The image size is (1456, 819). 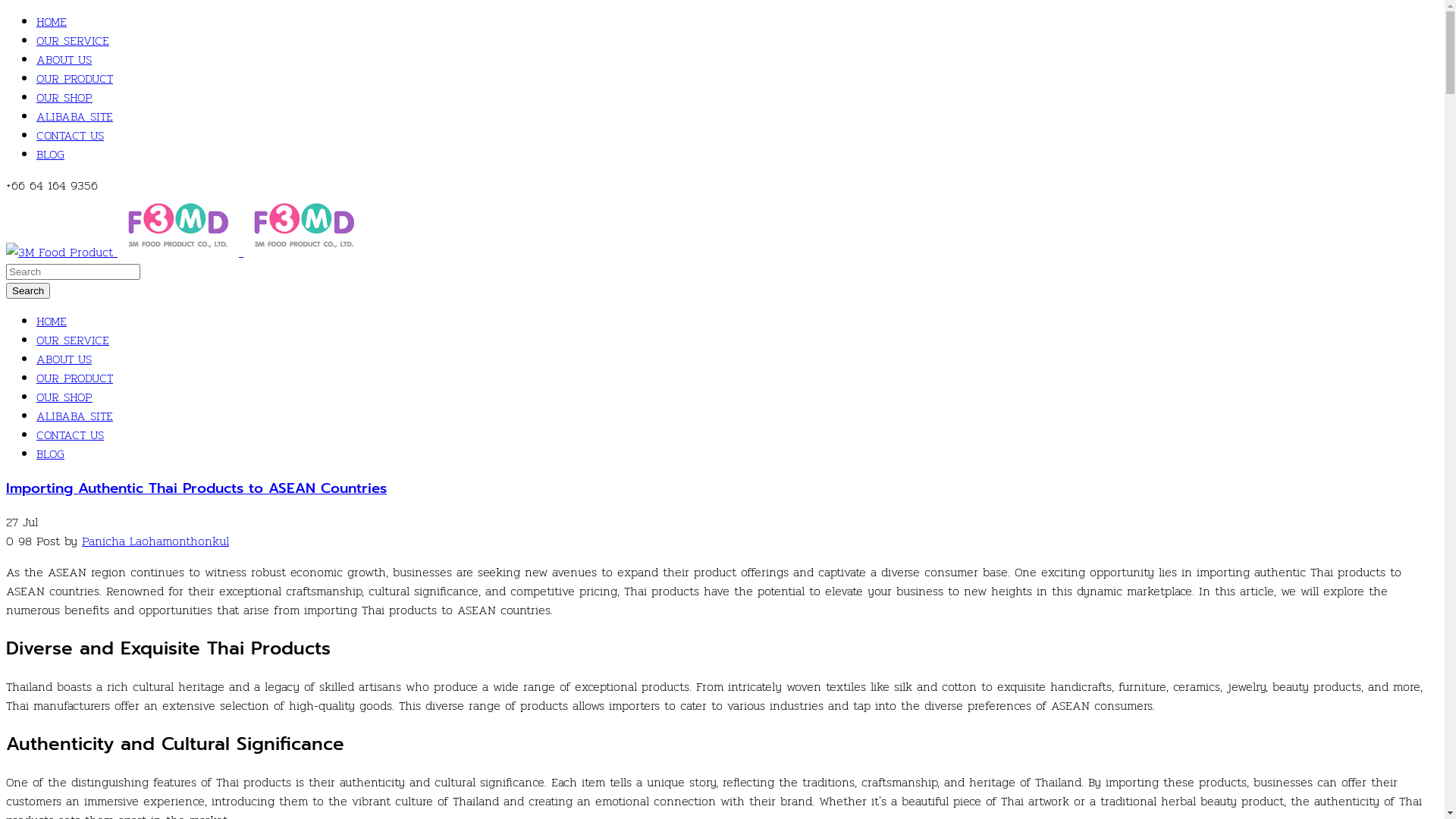 What do you see at coordinates (6, 290) in the screenshot?
I see `'Search'` at bounding box center [6, 290].